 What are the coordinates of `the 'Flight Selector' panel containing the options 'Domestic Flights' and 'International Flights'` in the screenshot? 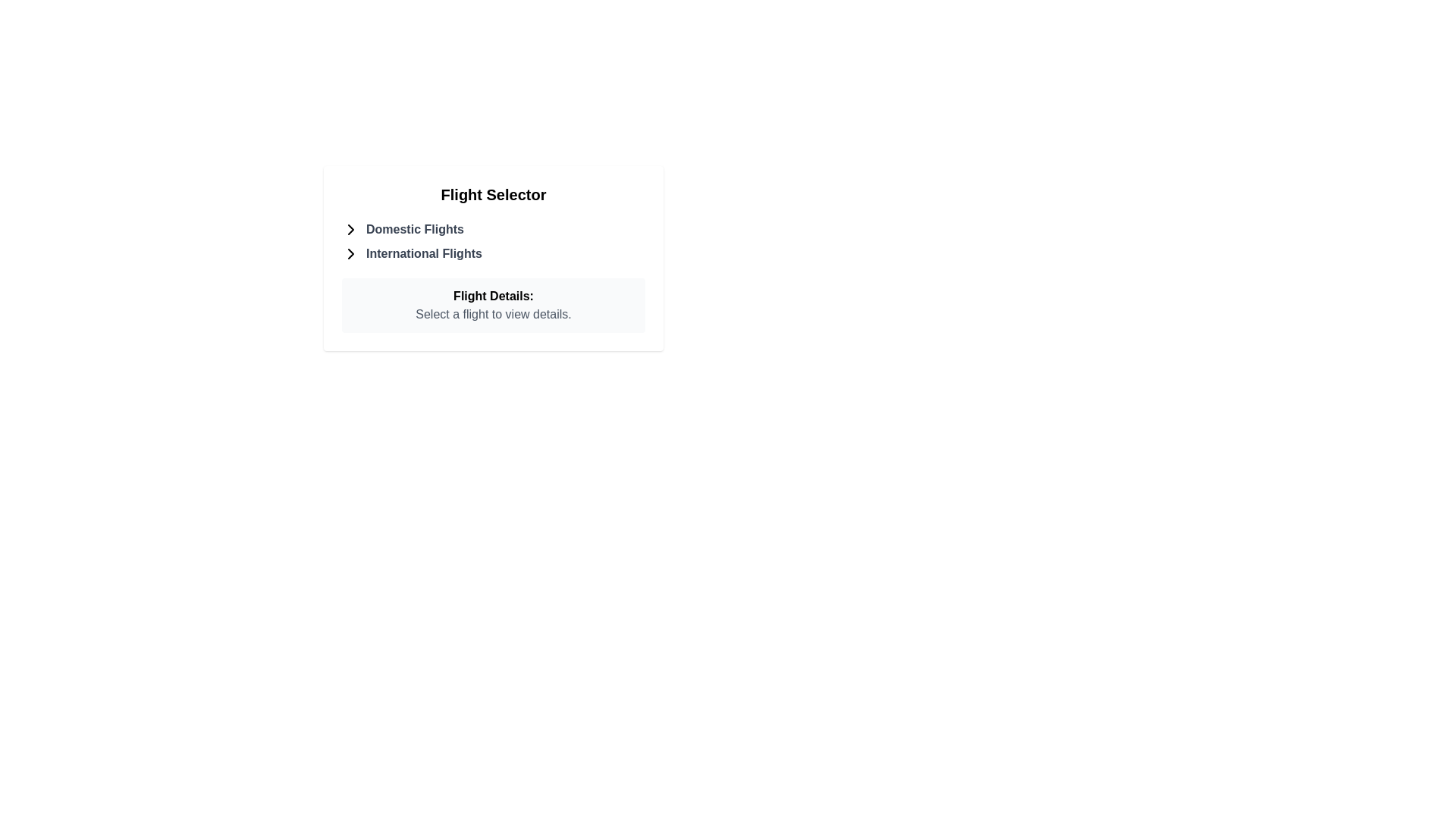 It's located at (494, 257).